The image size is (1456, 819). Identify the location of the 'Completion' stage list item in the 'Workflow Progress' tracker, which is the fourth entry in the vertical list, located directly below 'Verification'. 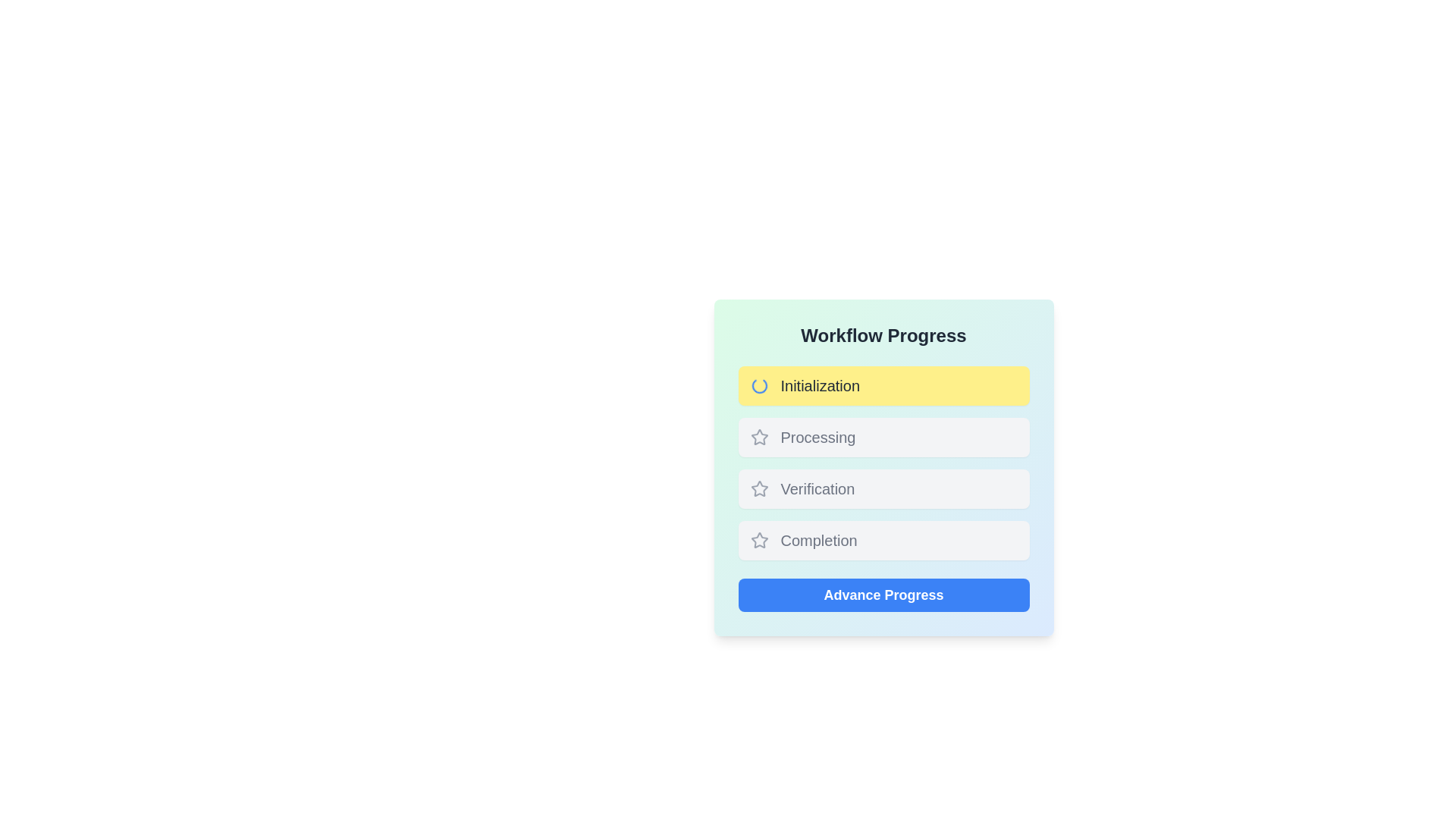
(883, 540).